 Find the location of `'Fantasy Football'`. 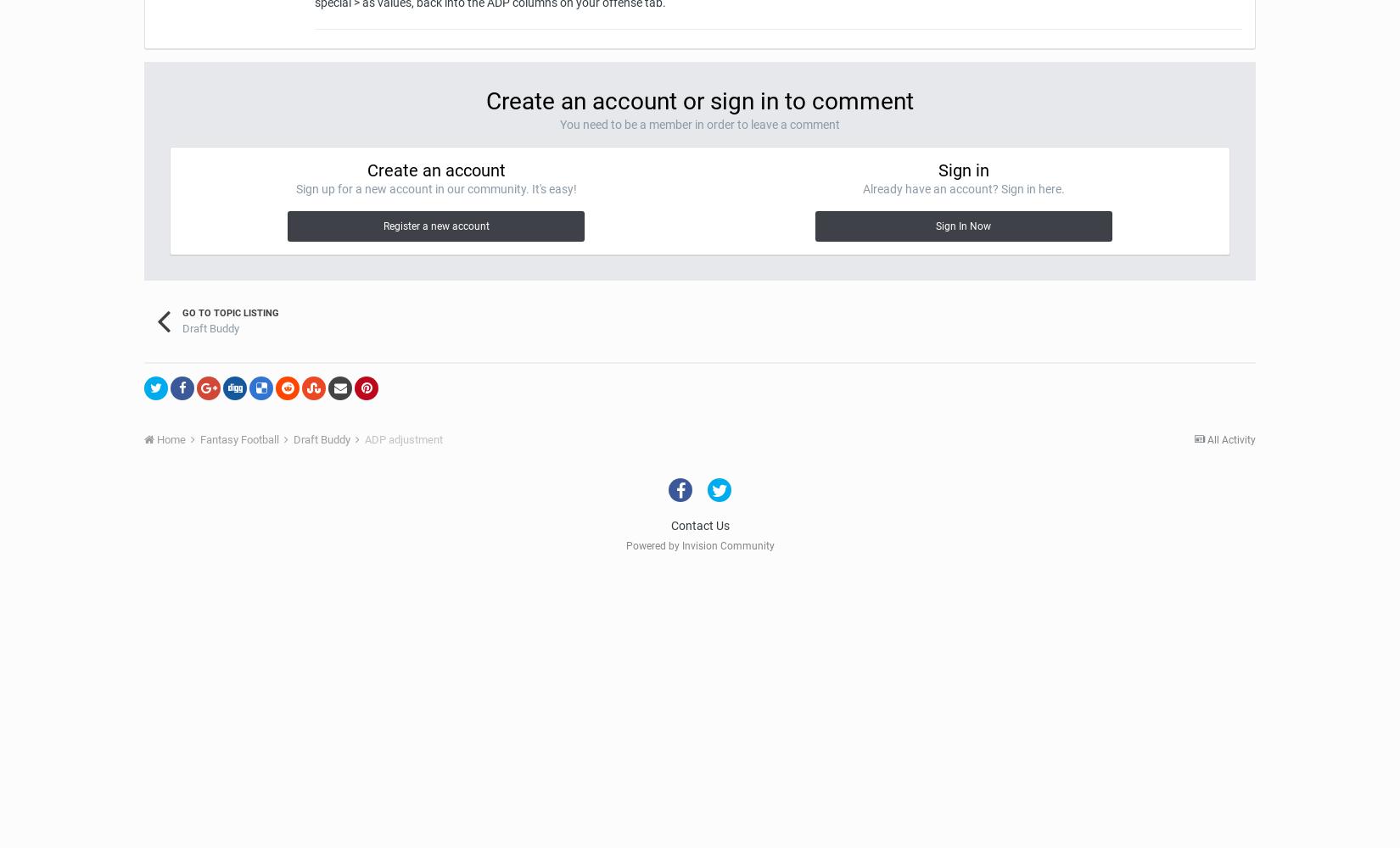

'Fantasy Football' is located at coordinates (240, 439).